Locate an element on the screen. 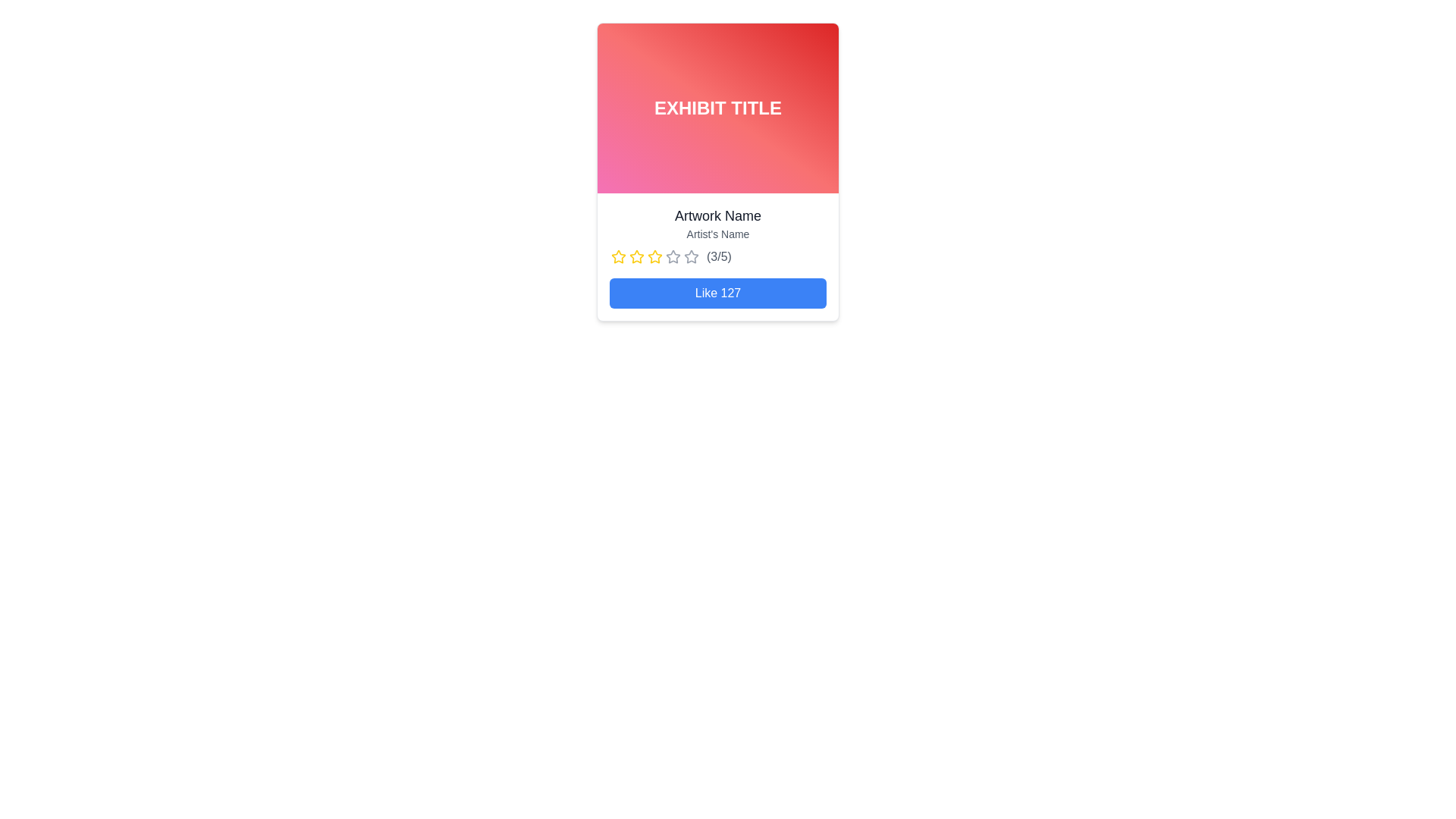 The height and width of the screenshot is (819, 1456). the second star in the rating system is located at coordinates (637, 256).